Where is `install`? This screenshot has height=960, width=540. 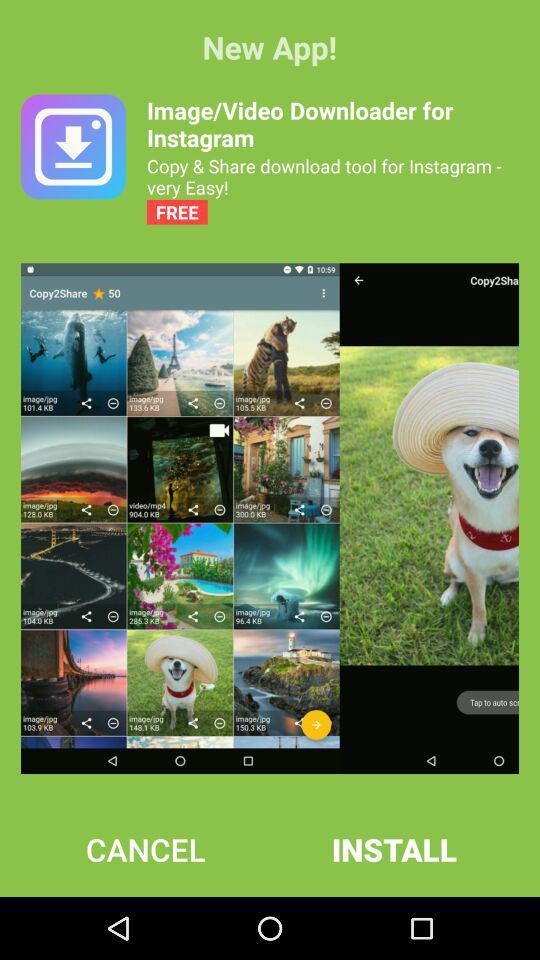
install is located at coordinates (394, 848).